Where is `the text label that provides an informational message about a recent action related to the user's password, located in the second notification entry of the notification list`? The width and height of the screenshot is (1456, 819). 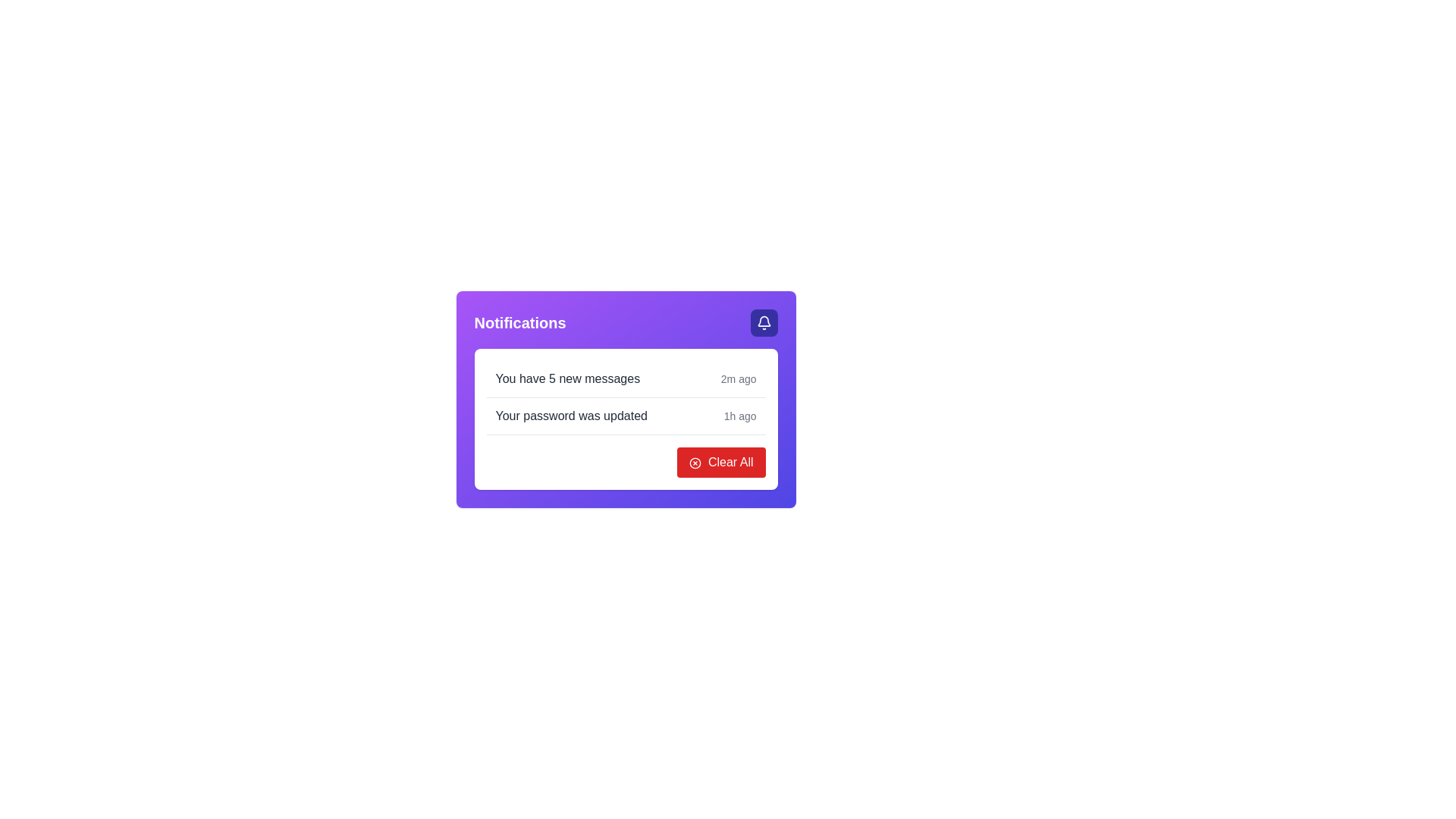 the text label that provides an informational message about a recent action related to the user's password, located in the second notification entry of the notification list is located at coordinates (570, 416).